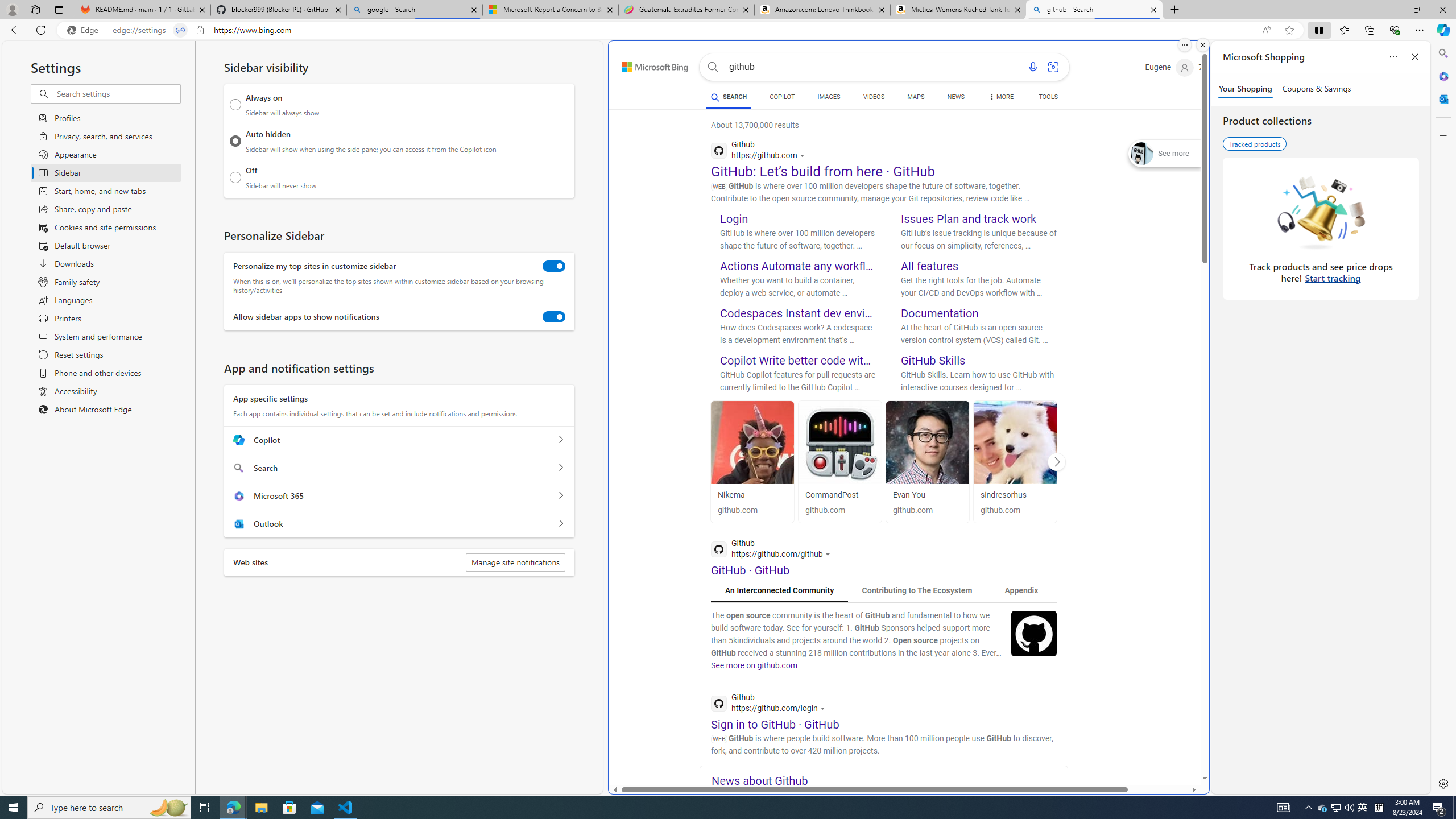  What do you see at coordinates (839, 442) in the screenshot?
I see `'CommandPost'` at bounding box center [839, 442].